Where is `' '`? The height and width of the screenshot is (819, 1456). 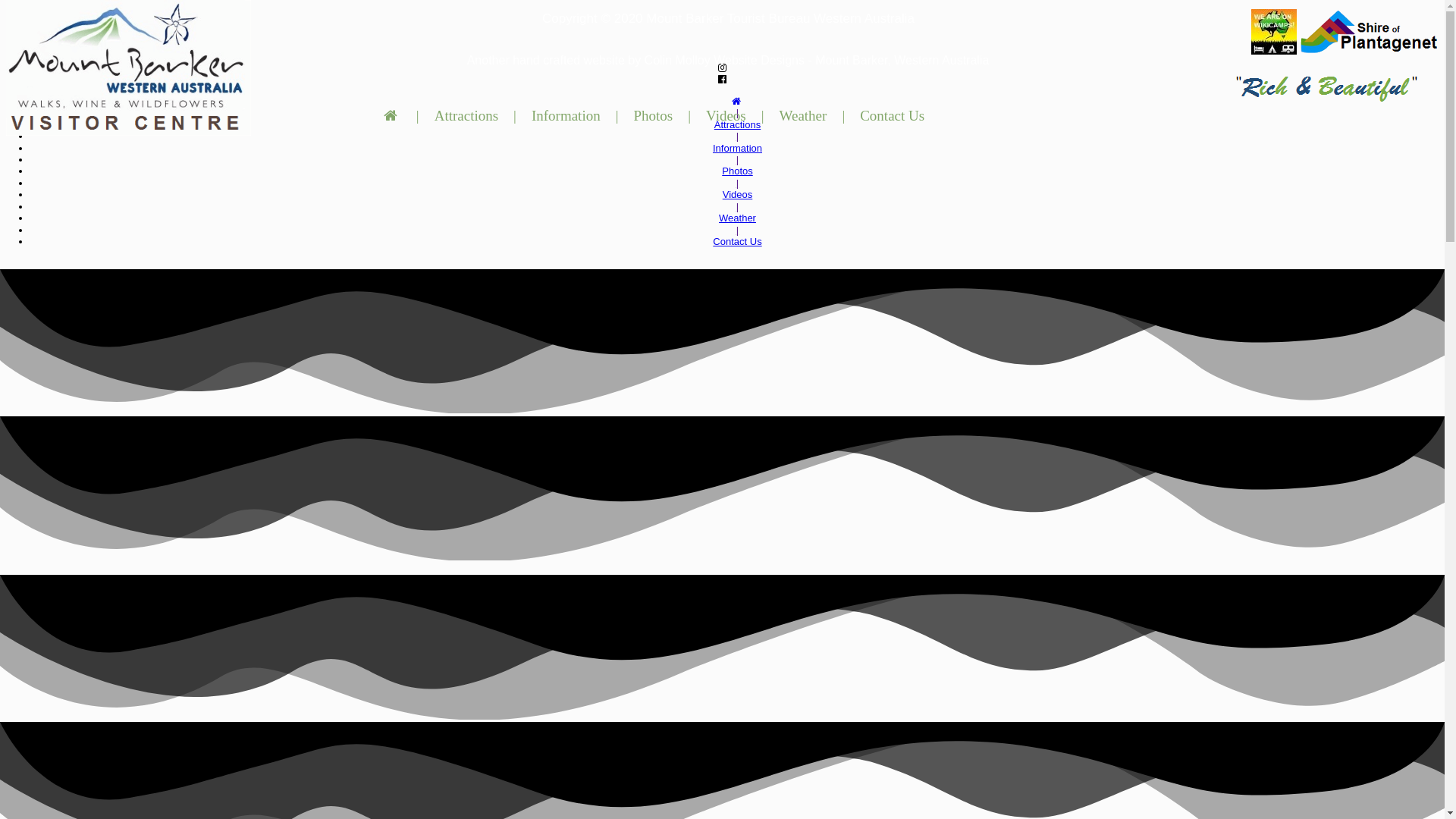
' ' is located at coordinates (737, 101).